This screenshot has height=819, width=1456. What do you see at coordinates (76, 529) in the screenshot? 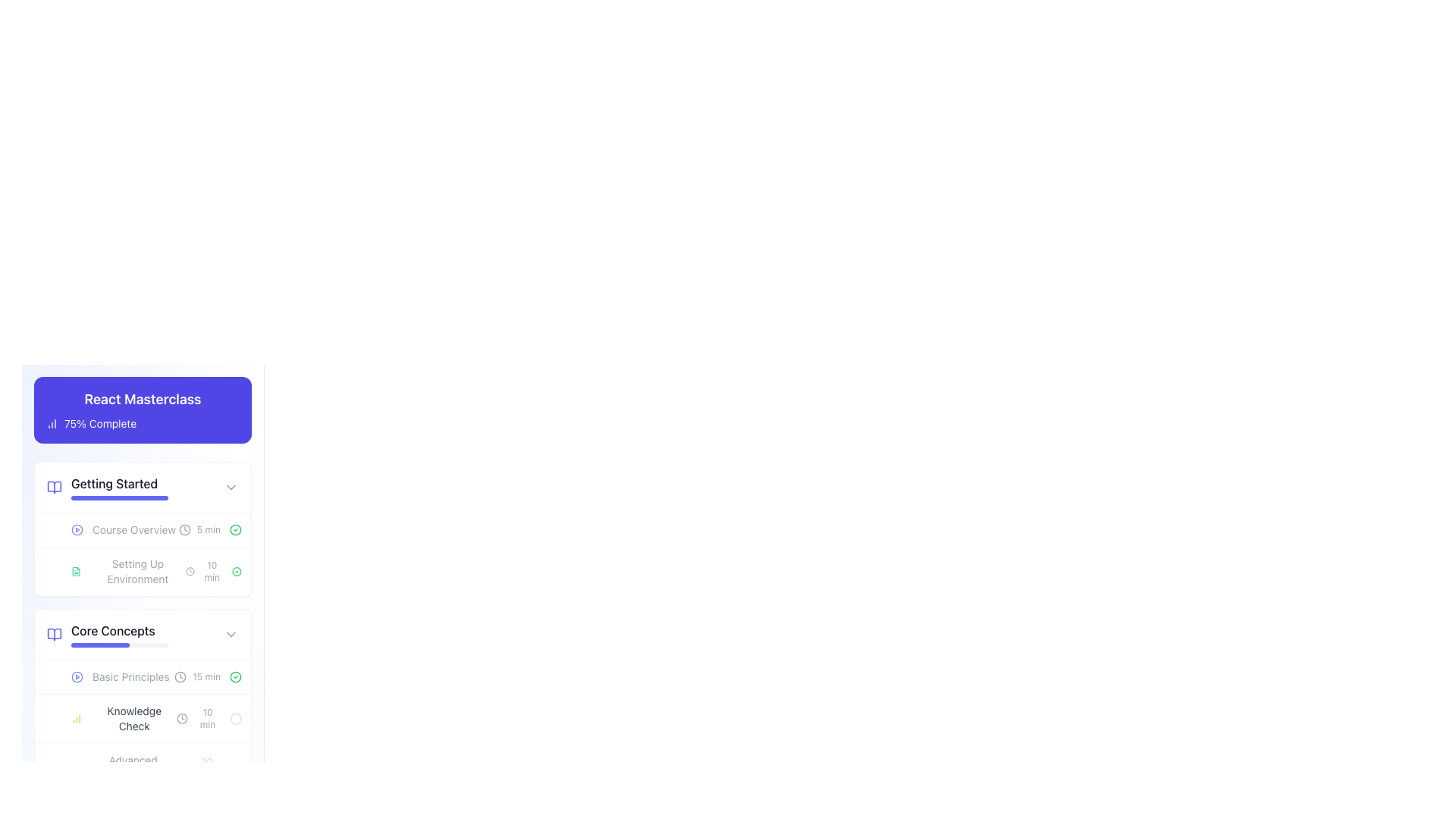
I see `the circular play icon outlined in indigo with a triangular play symbol inside, which is positioned to the left of the 'Course Overview' text` at bounding box center [76, 529].